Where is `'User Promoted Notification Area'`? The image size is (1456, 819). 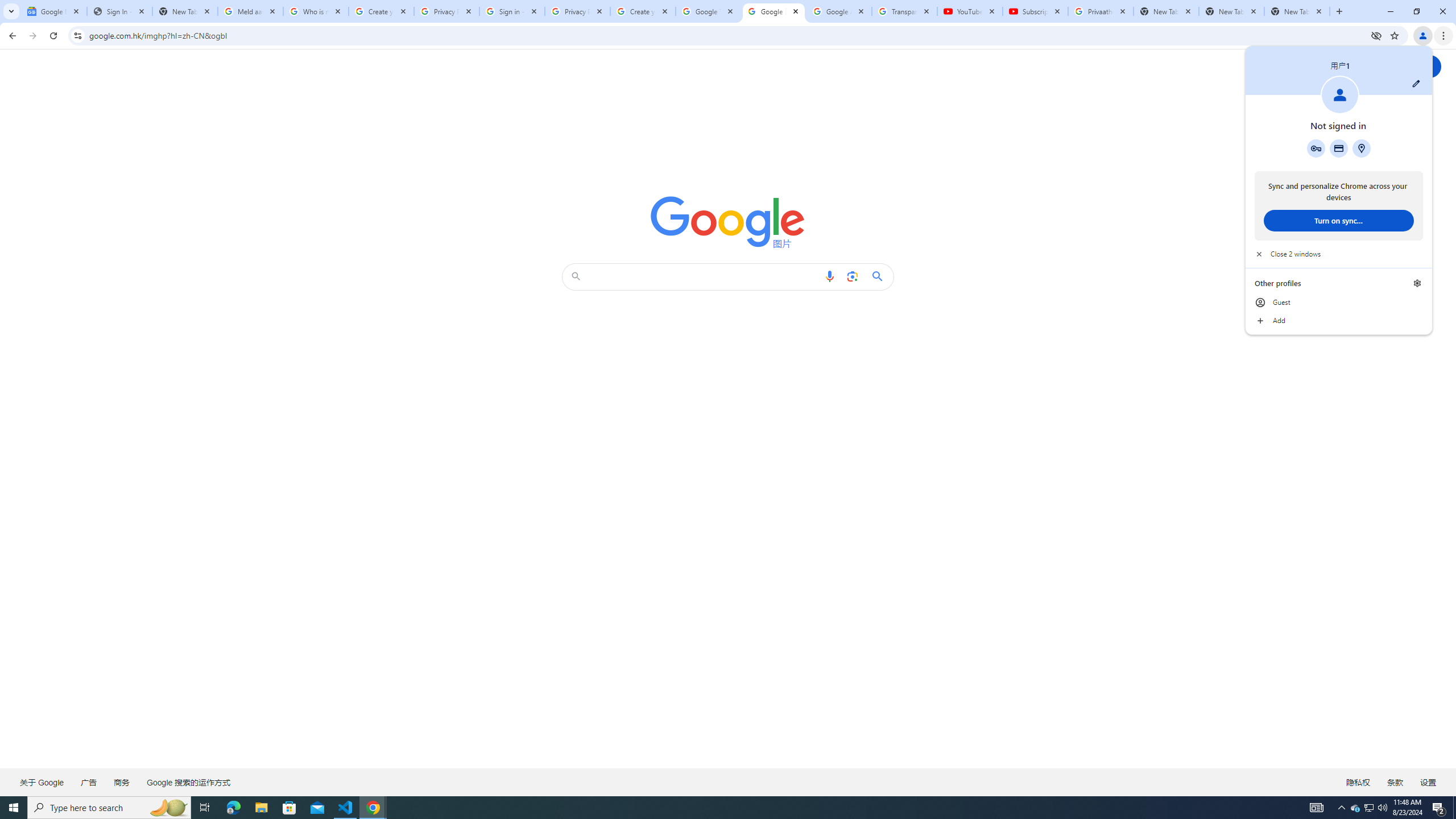 'User Promoted Notification Area' is located at coordinates (1368, 806).